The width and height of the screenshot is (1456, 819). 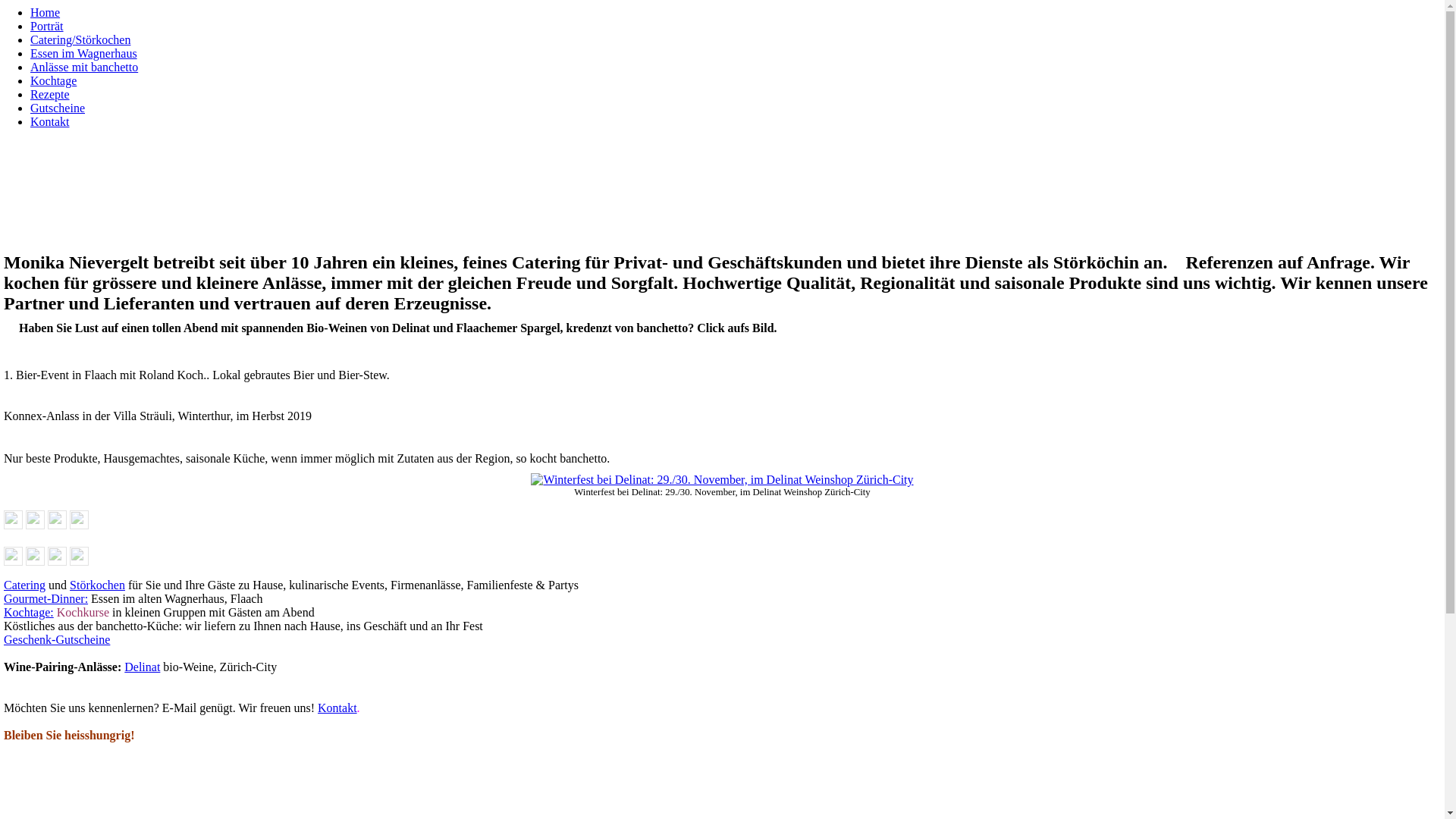 What do you see at coordinates (50, 94) in the screenshot?
I see `'Rezepte'` at bounding box center [50, 94].